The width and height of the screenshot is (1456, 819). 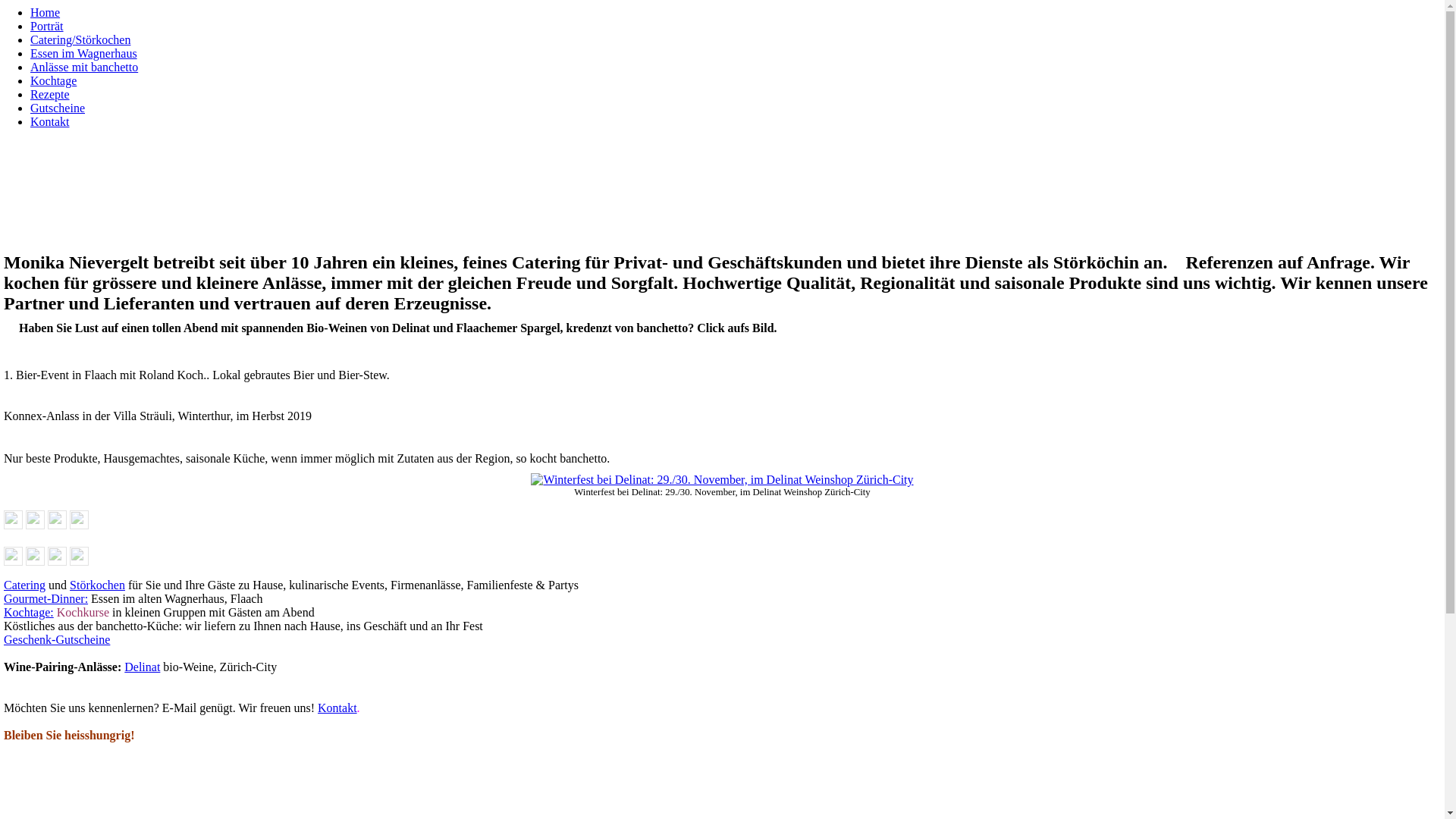 What do you see at coordinates (50, 94) in the screenshot?
I see `'Rezepte'` at bounding box center [50, 94].